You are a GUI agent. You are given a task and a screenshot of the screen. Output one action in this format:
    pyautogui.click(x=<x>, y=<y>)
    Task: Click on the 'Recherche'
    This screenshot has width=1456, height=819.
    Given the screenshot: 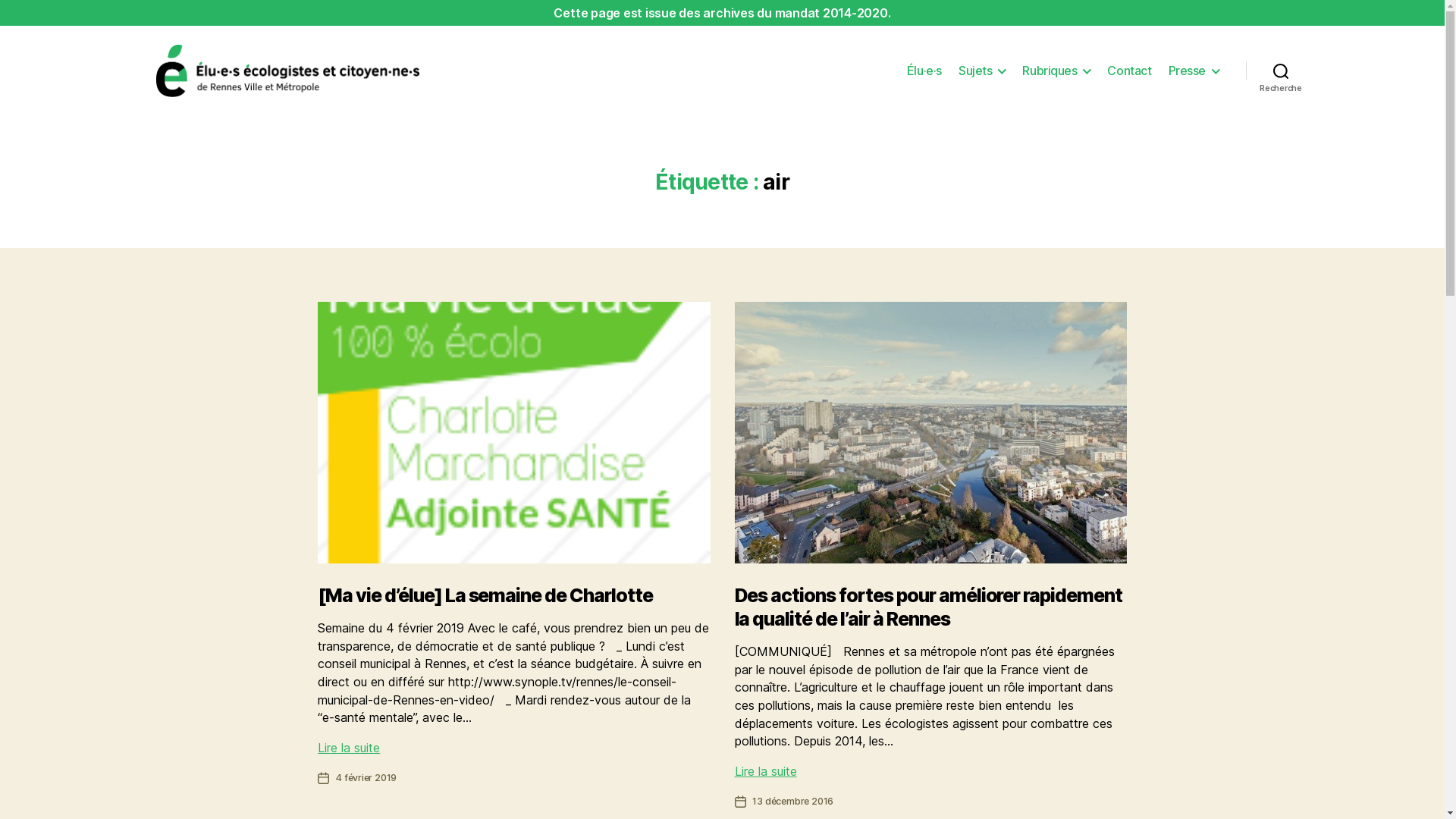 What is the action you would take?
    pyautogui.click(x=1280, y=71)
    